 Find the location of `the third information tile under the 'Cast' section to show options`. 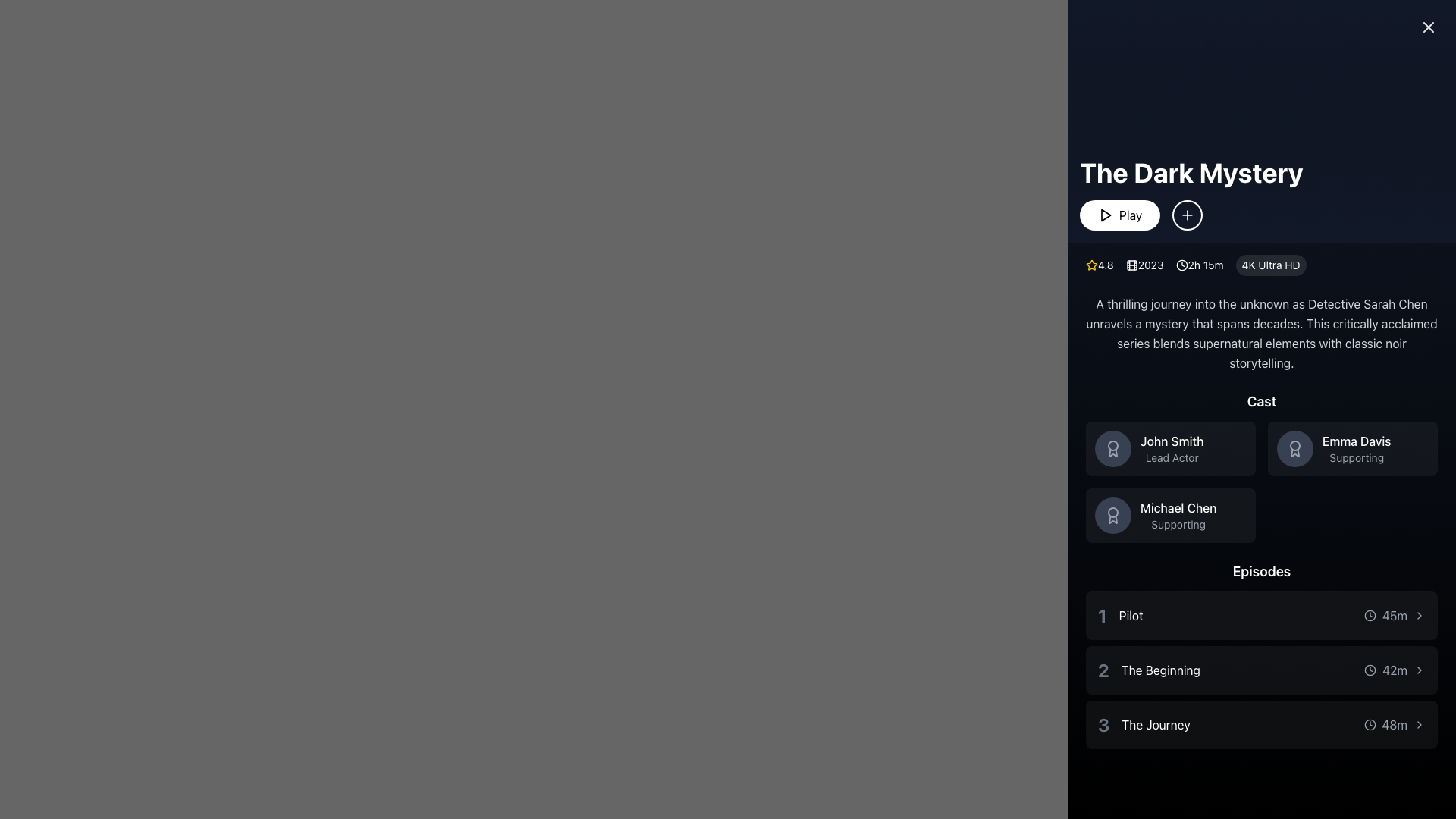

the third information tile under the 'Cast' section to show options is located at coordinates (1170, 514).